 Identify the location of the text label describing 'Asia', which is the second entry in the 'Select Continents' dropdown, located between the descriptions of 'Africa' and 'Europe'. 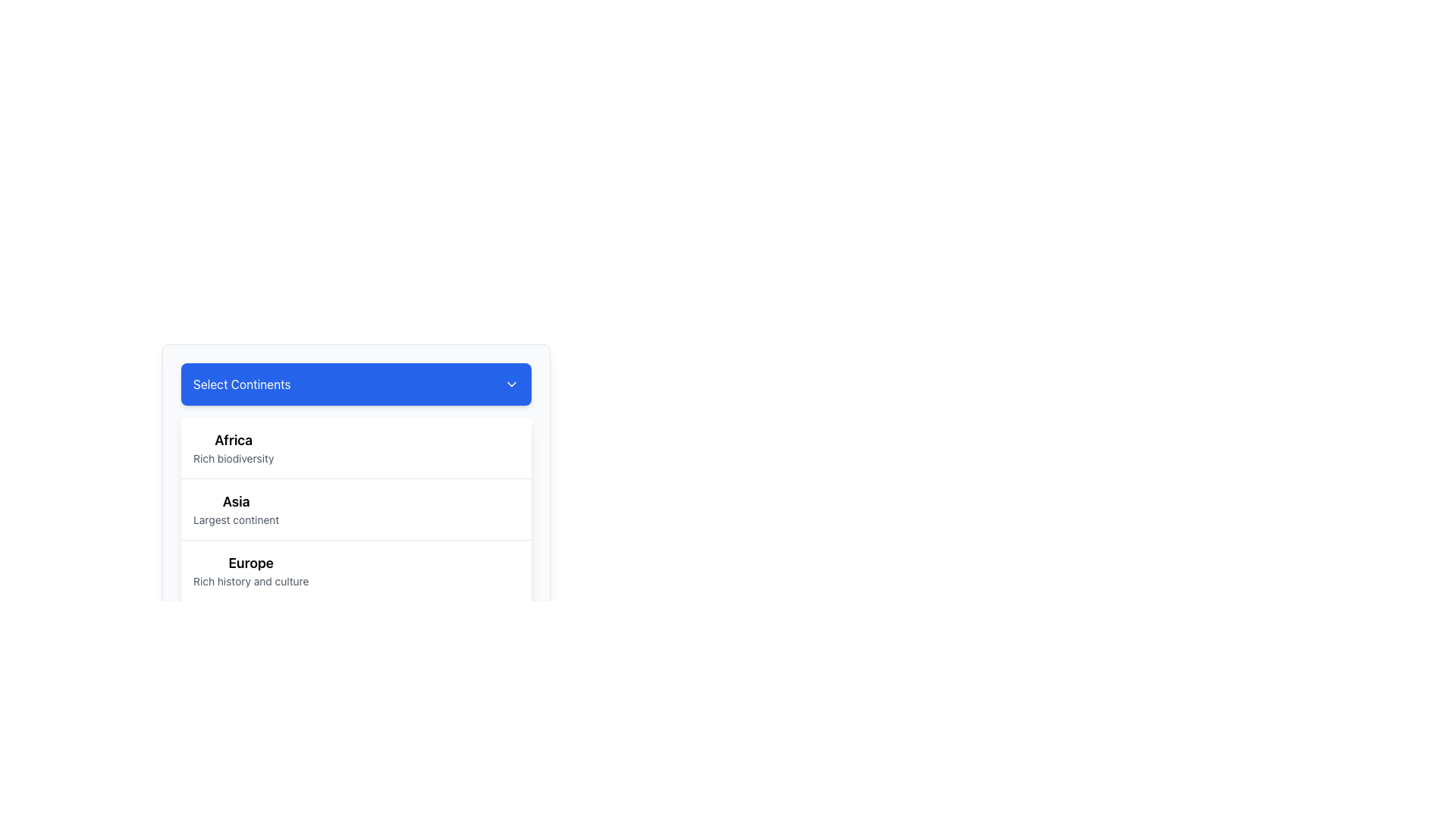
(235, 519).